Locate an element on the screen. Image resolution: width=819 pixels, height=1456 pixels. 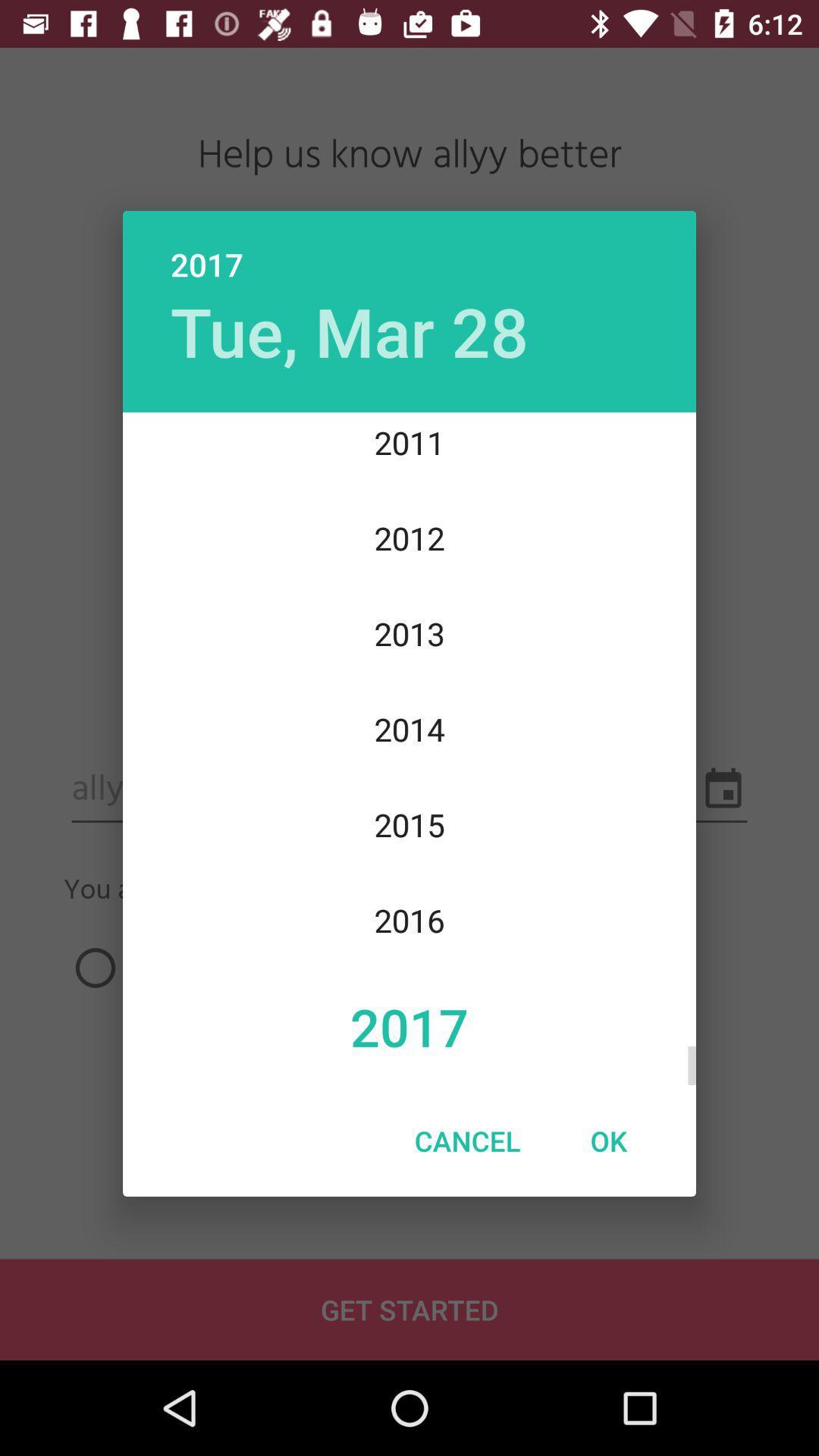
the cancel icon is located at coordinates (466, 1141).